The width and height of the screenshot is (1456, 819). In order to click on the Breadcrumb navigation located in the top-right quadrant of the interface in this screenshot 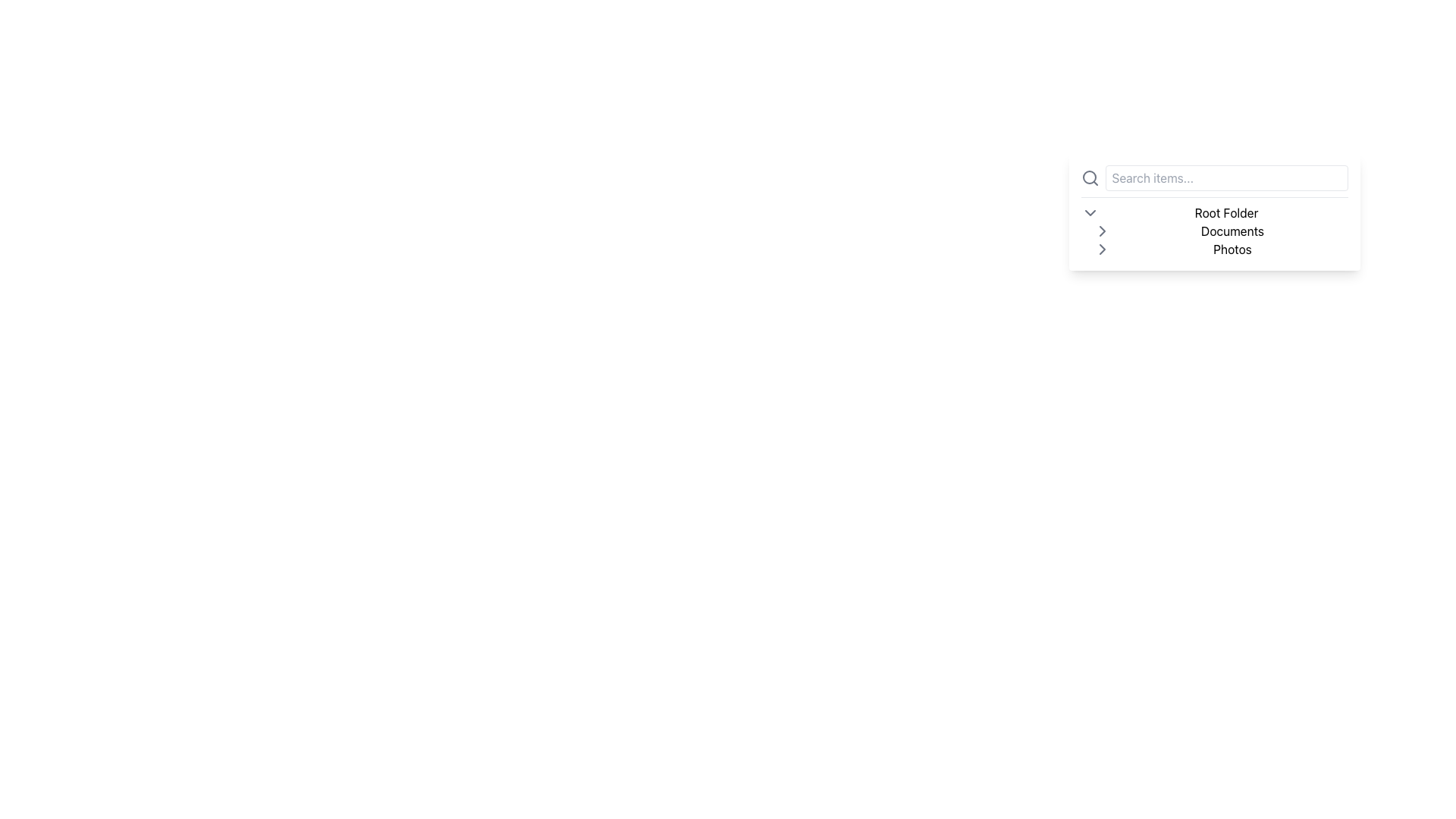, I will do `click(1214, 212)`.